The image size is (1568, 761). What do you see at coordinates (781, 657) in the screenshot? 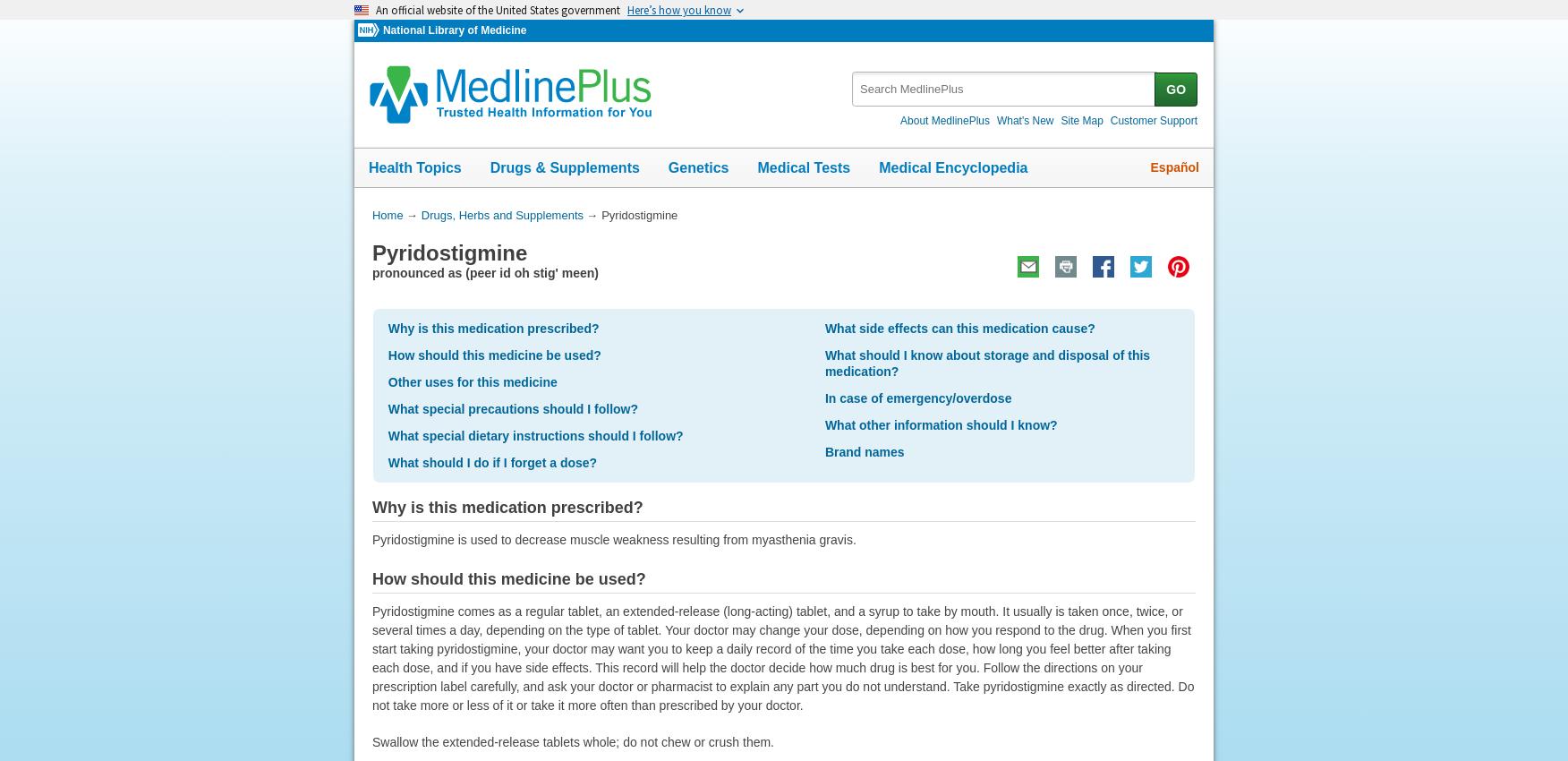
I see `'Pyridostigmine comes as a regular tablet, an extended-release (long-acting) tablet, and a syrup to take by mouth. It usually is taken once, twice, or several times a day, depending on the type of tablet. Your doctor may change your dose, depending on how you respond to the drug. When you first start taking pyridostigmine, your doctor may want you to keep a daily record of the time you take each dose, how long you feel better after taking each dose, and if you have side effects. This record will help the doctor decide how much drug is best for you. Follow the directions on your prescription label carefully, and ask your doctor or pharmacist to explain any part you do not understand. Take pyridostigmine exactly as directed. Do not take more or less of it or take it more often than prescribed by your doctor.'` at bounding box center [781, 657].